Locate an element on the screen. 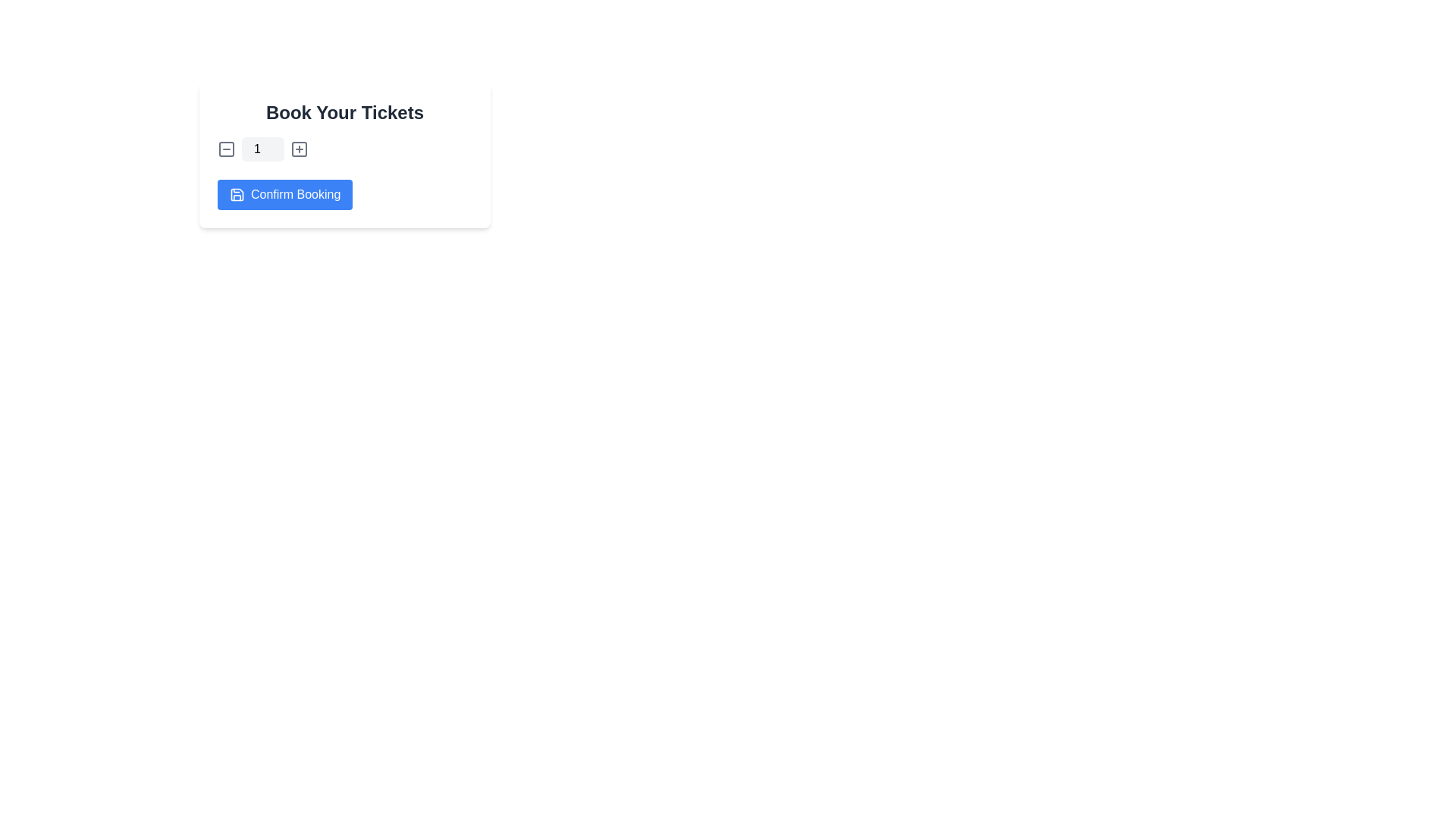  the decrement button located to the left of the numerical input field in the quantity adjustment control to decrease the value in the associated input field is located at coordinates (225, 149).